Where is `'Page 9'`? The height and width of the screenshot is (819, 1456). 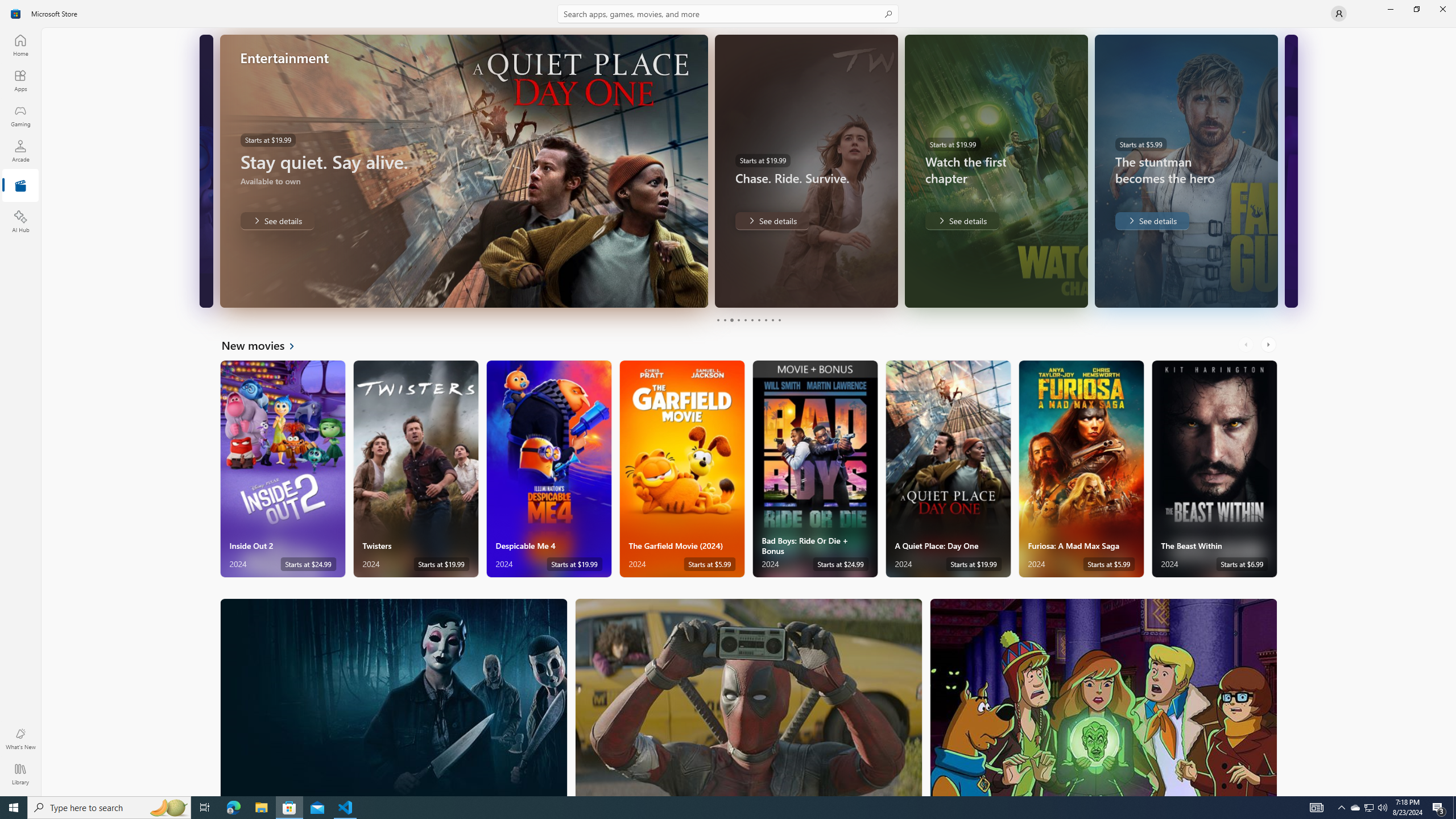 'Page 9' is located at coordinates (772, 320).